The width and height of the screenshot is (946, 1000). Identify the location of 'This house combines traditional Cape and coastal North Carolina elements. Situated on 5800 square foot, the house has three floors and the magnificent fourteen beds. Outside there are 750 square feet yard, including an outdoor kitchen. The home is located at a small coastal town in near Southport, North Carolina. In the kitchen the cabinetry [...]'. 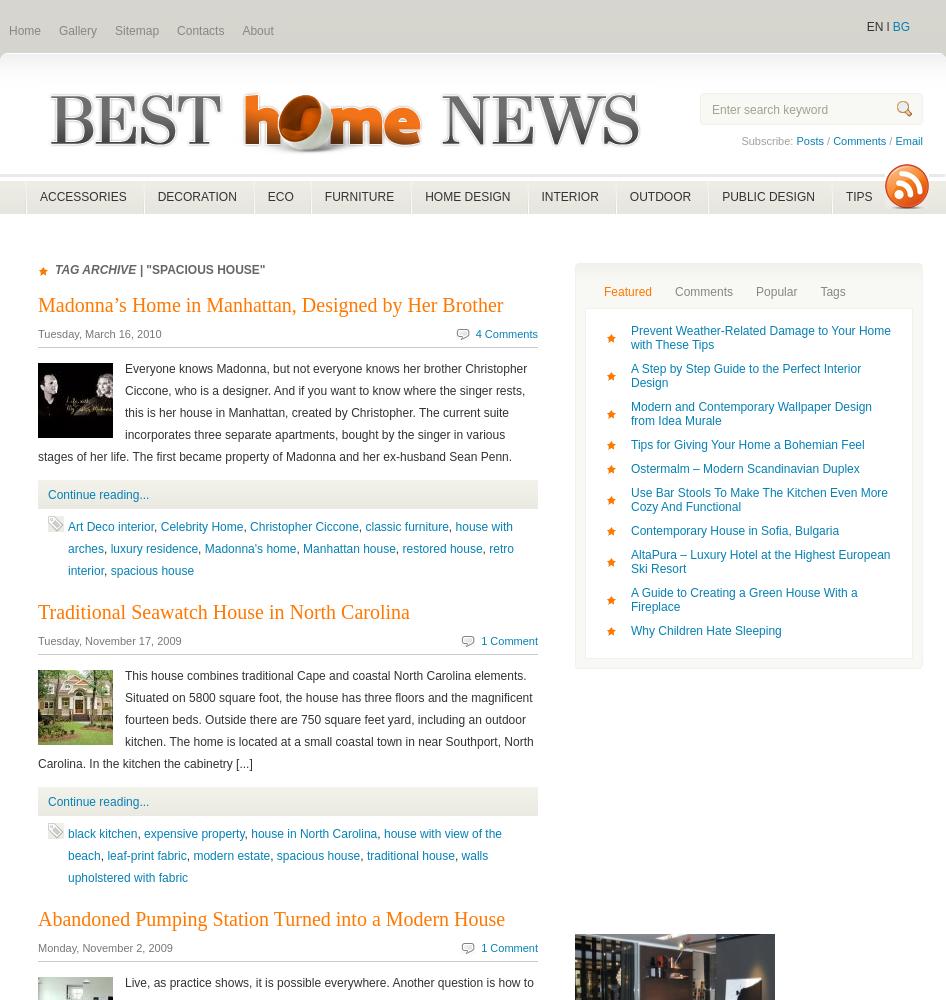
(284, 719).